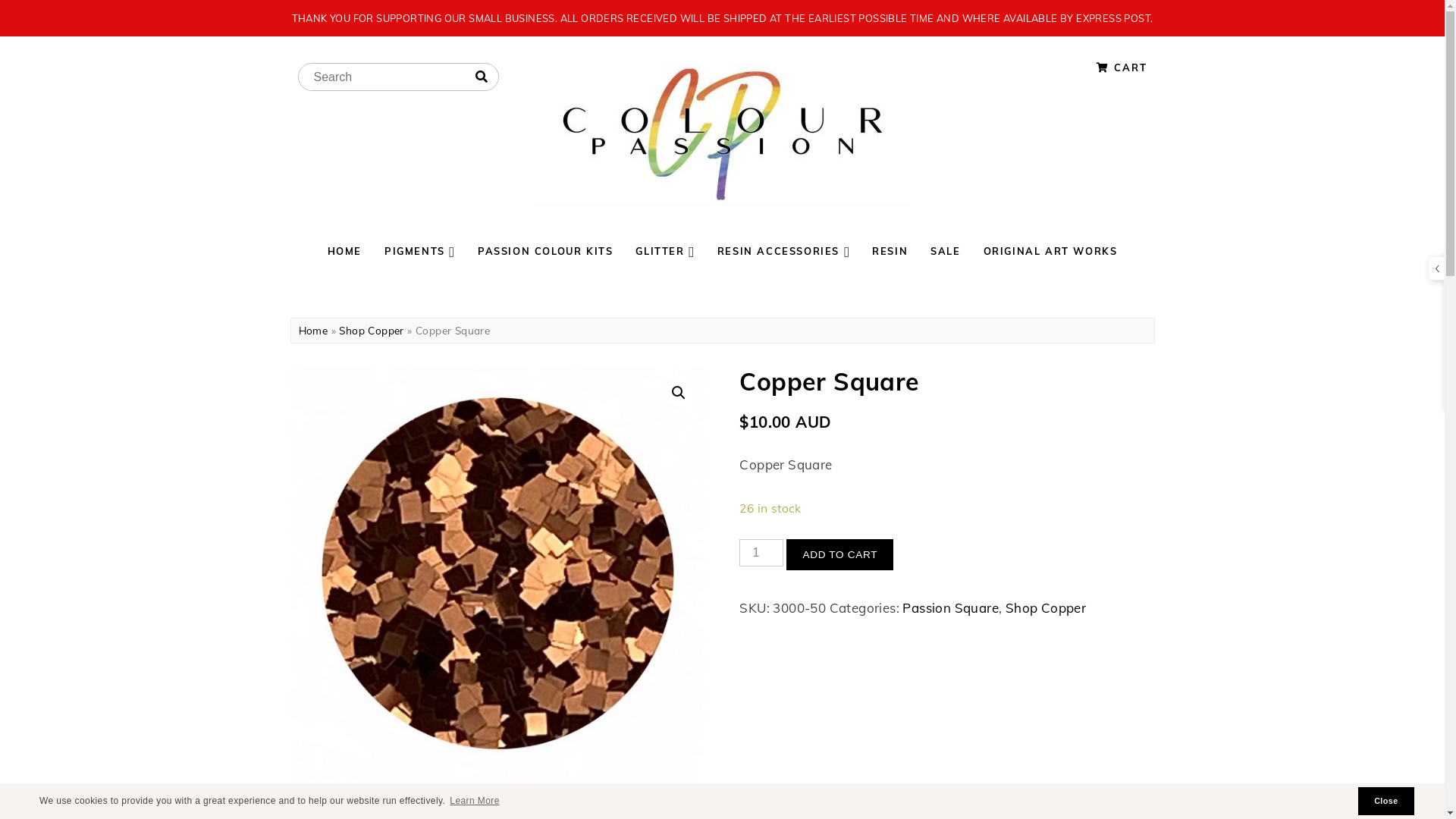 The width and height of the screenshot is (1456, 819). I want to click on 'ORIGINAL ART WORKS', so click(1050, 250).